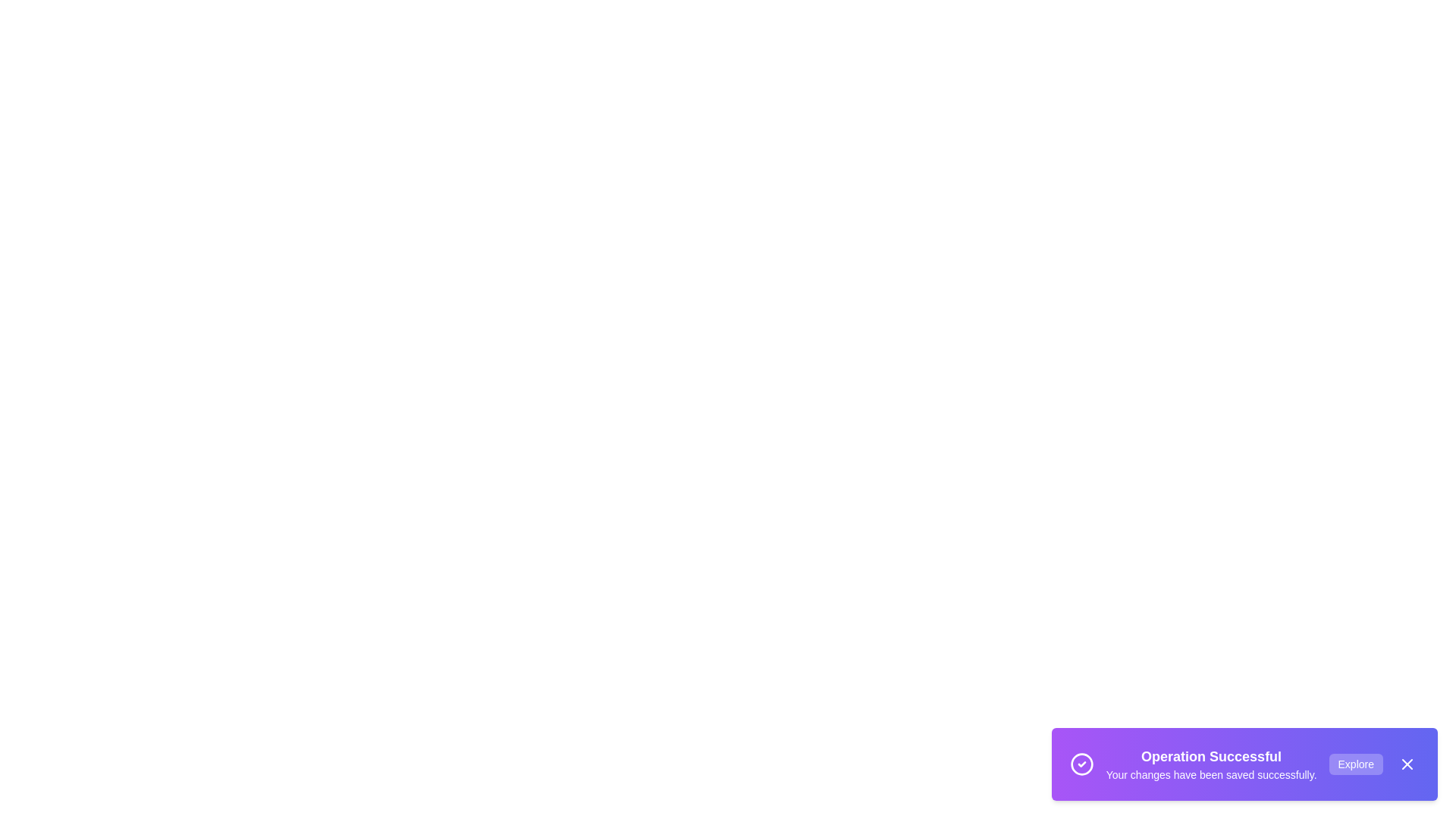 The image size is (1456, 819). Describe the element at coordinates (1210, 764) in the screenshot. I see `the message text area to read the information displayed` at that location.